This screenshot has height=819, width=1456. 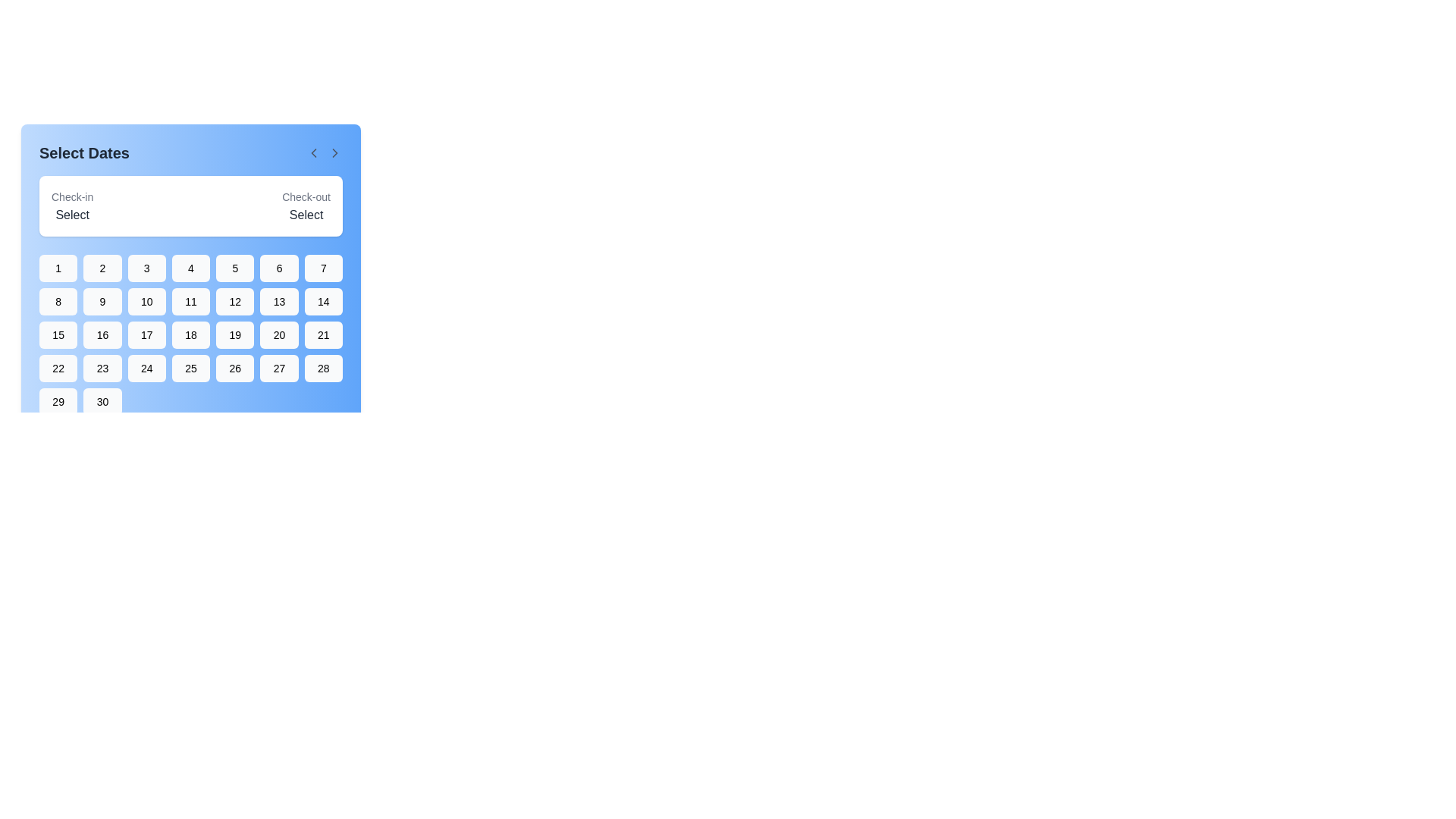 What do you see at coordinates (234, 301) in the screenshot?
I see `the button displaying '12'` at bounding box center [234, 301].